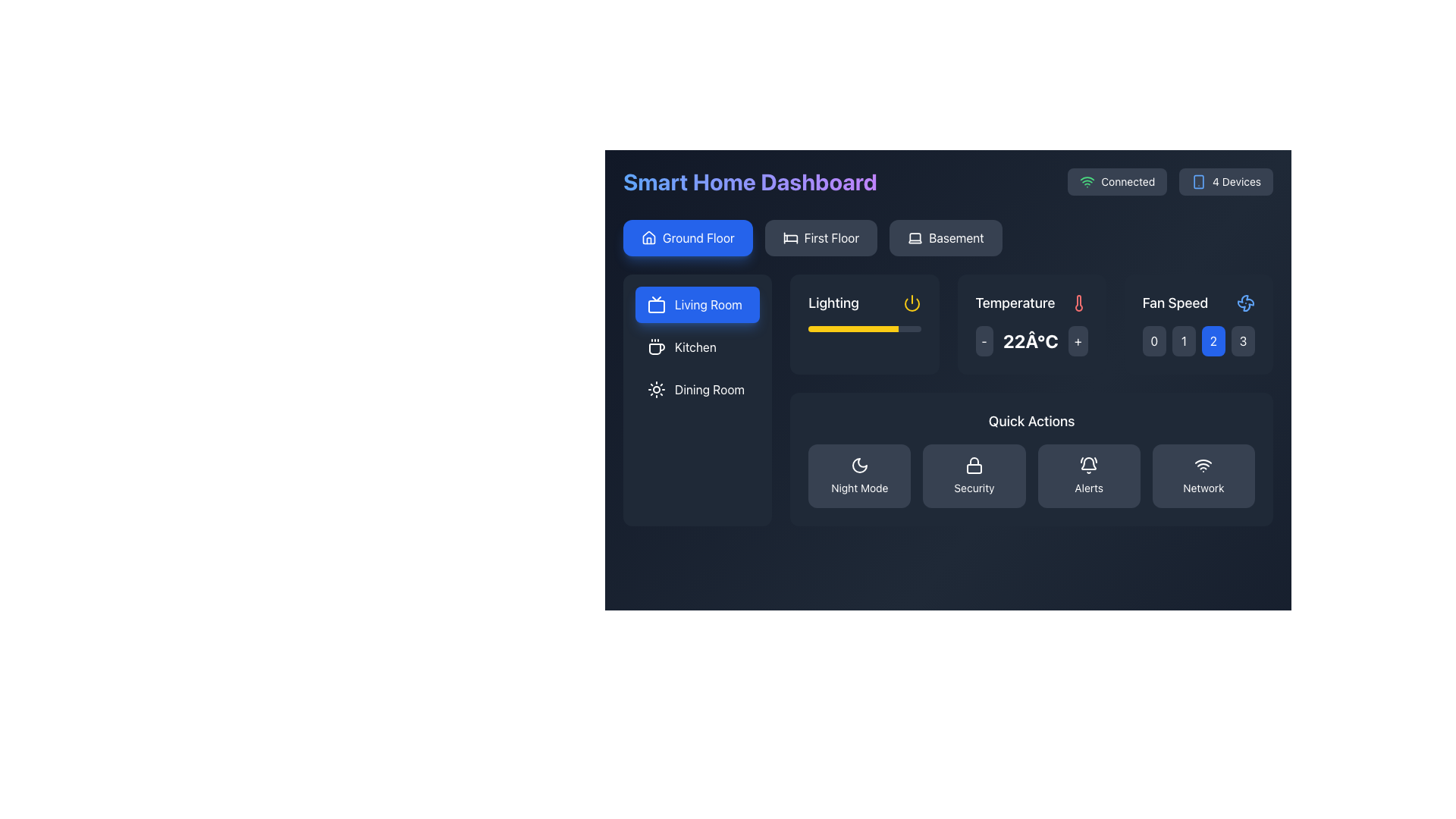  Describe the element at coordinates (1237, 180) in the screenshot. I see `the information displayed in the text label indicating the number of devices connected to the system, located in the top-right corner of the application interface` at that location.